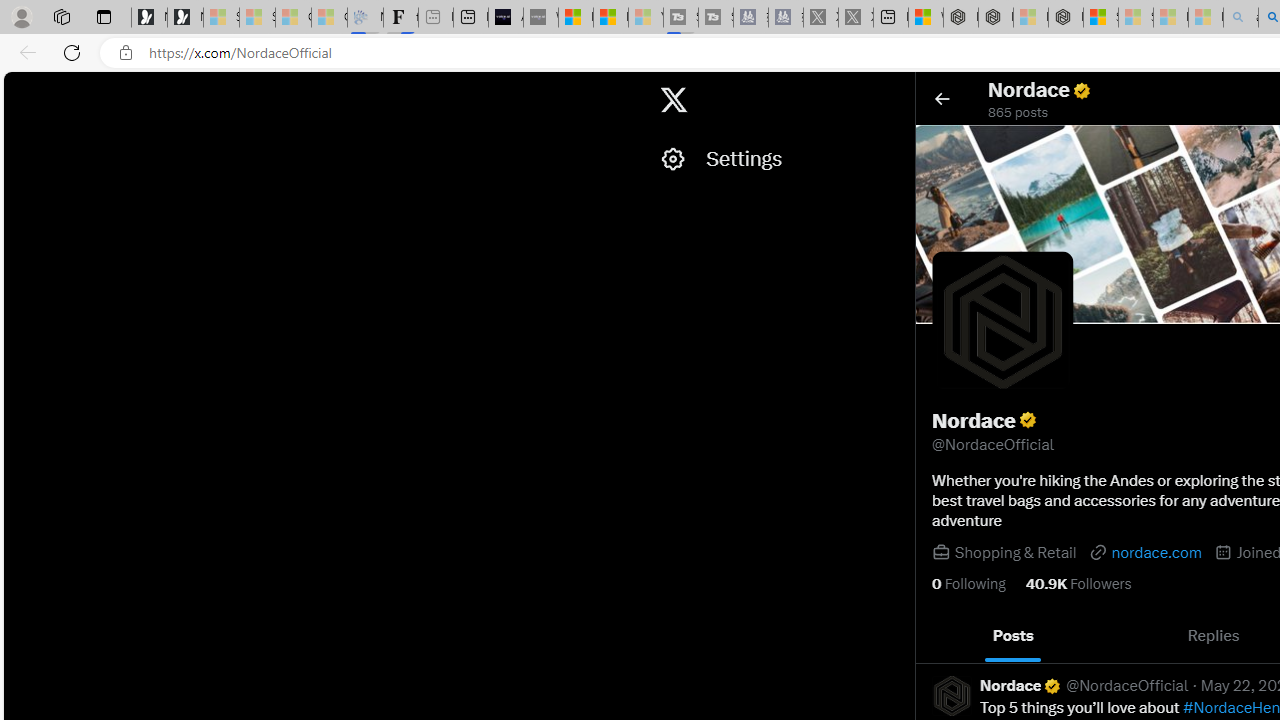  Describe the element at coordinates (1051, 685) in the screenshot. I see `'Verified account'` at that location.